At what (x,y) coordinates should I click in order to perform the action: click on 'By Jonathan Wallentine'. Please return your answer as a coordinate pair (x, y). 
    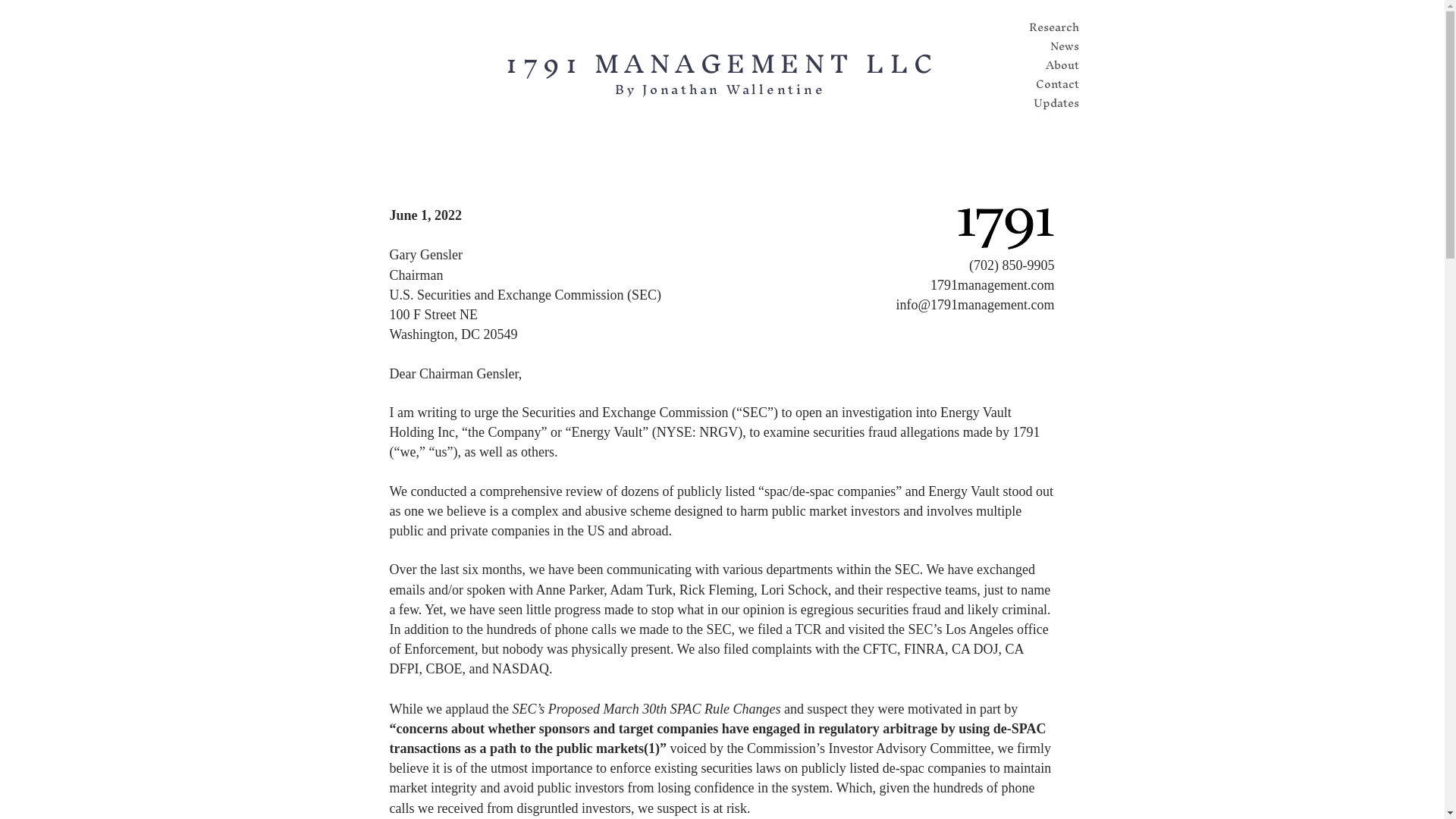
    Looking at the image, I should click on (720, 89).